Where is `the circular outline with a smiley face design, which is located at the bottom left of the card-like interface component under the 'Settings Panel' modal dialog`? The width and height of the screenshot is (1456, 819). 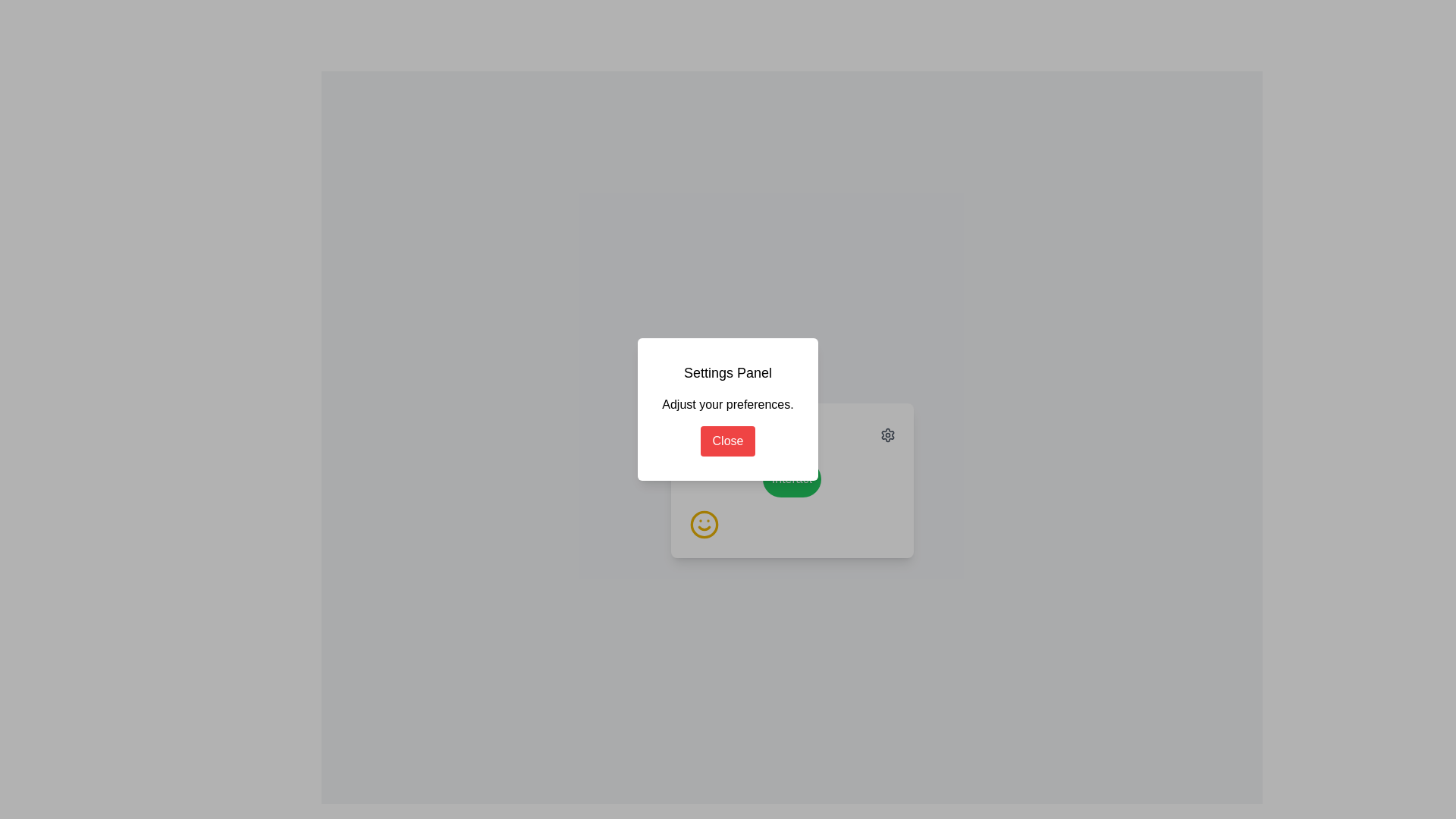
the circular outline with a smiley face design, which is located at the bottom left of the card-like interface component under the 'Settings Panel' modal dialog is located at coordinates (703, 523).